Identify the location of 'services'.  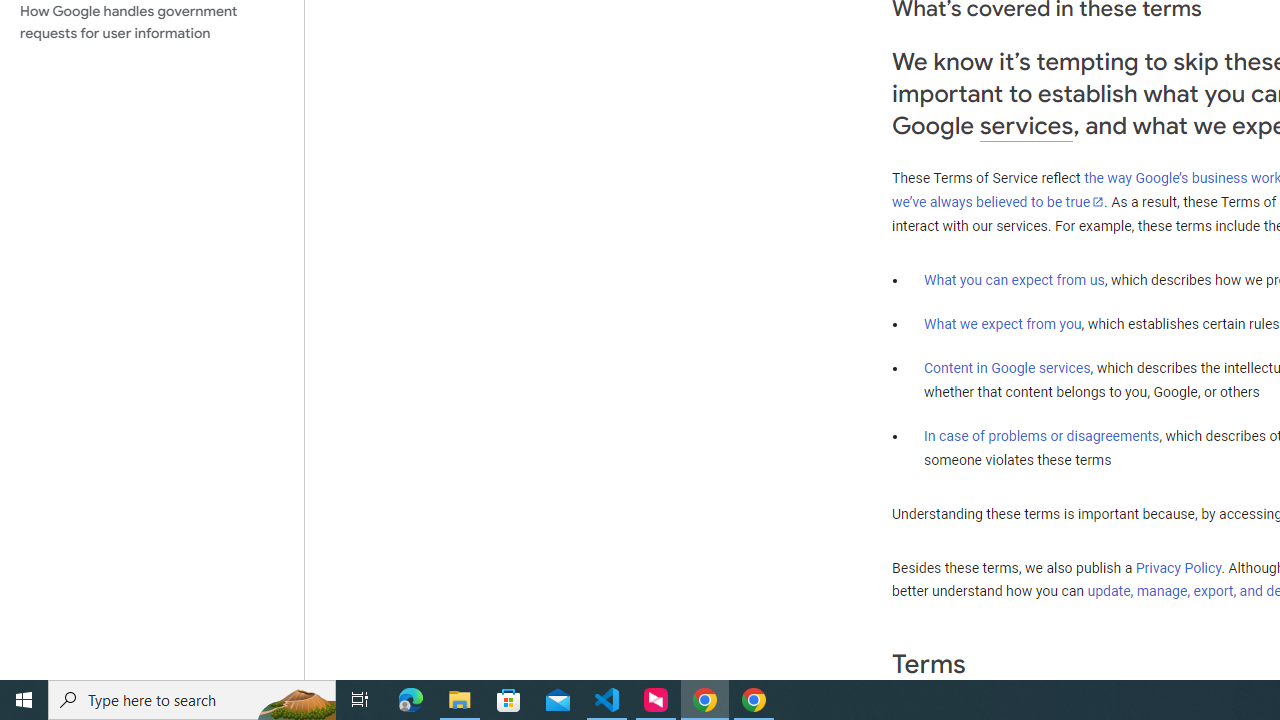
(1026, 125).